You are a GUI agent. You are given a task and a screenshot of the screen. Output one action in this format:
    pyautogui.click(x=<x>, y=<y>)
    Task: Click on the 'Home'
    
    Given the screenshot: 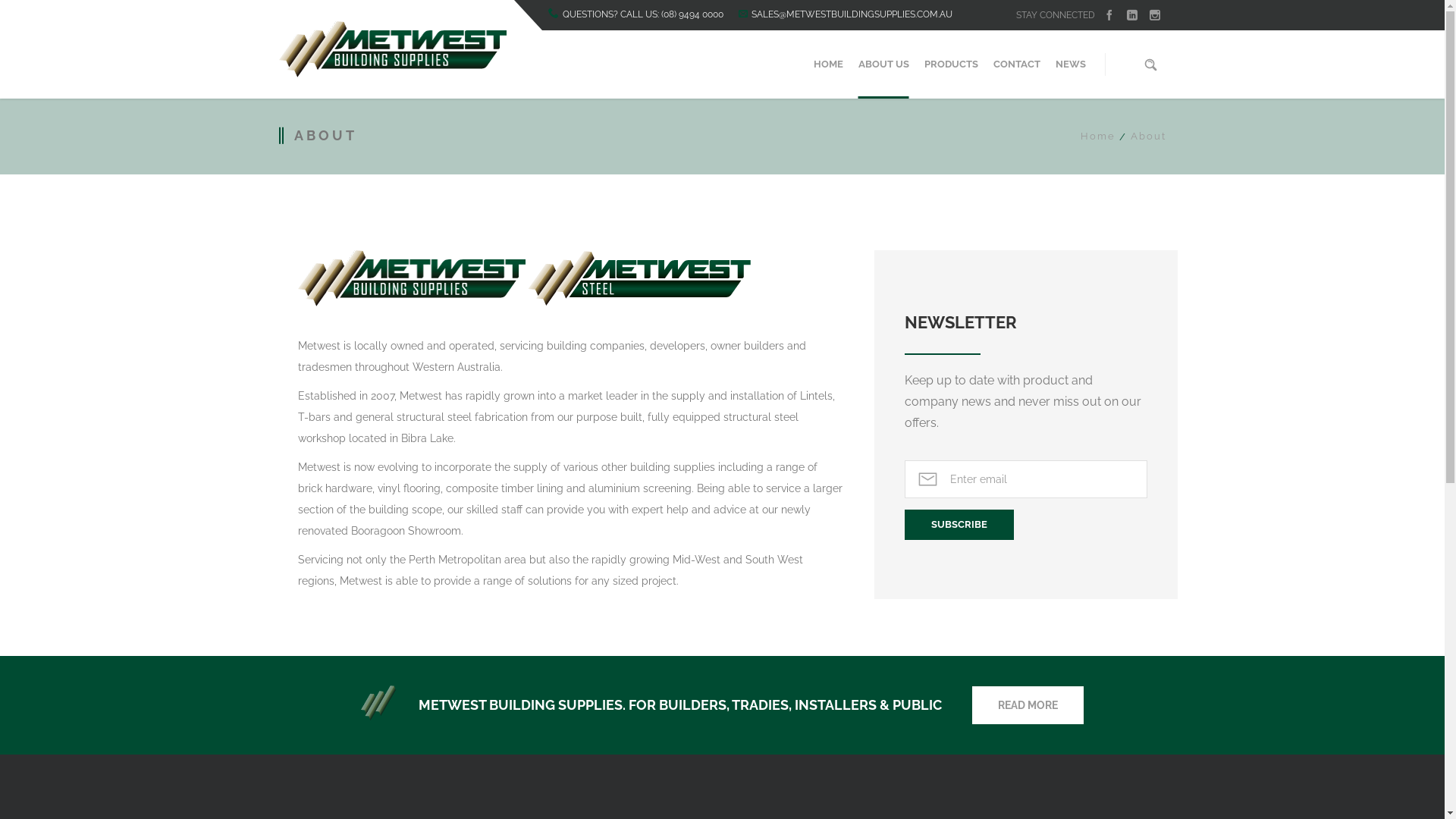 What is the action you would take?
    pyautogui.click(x=1079, y=135)
    